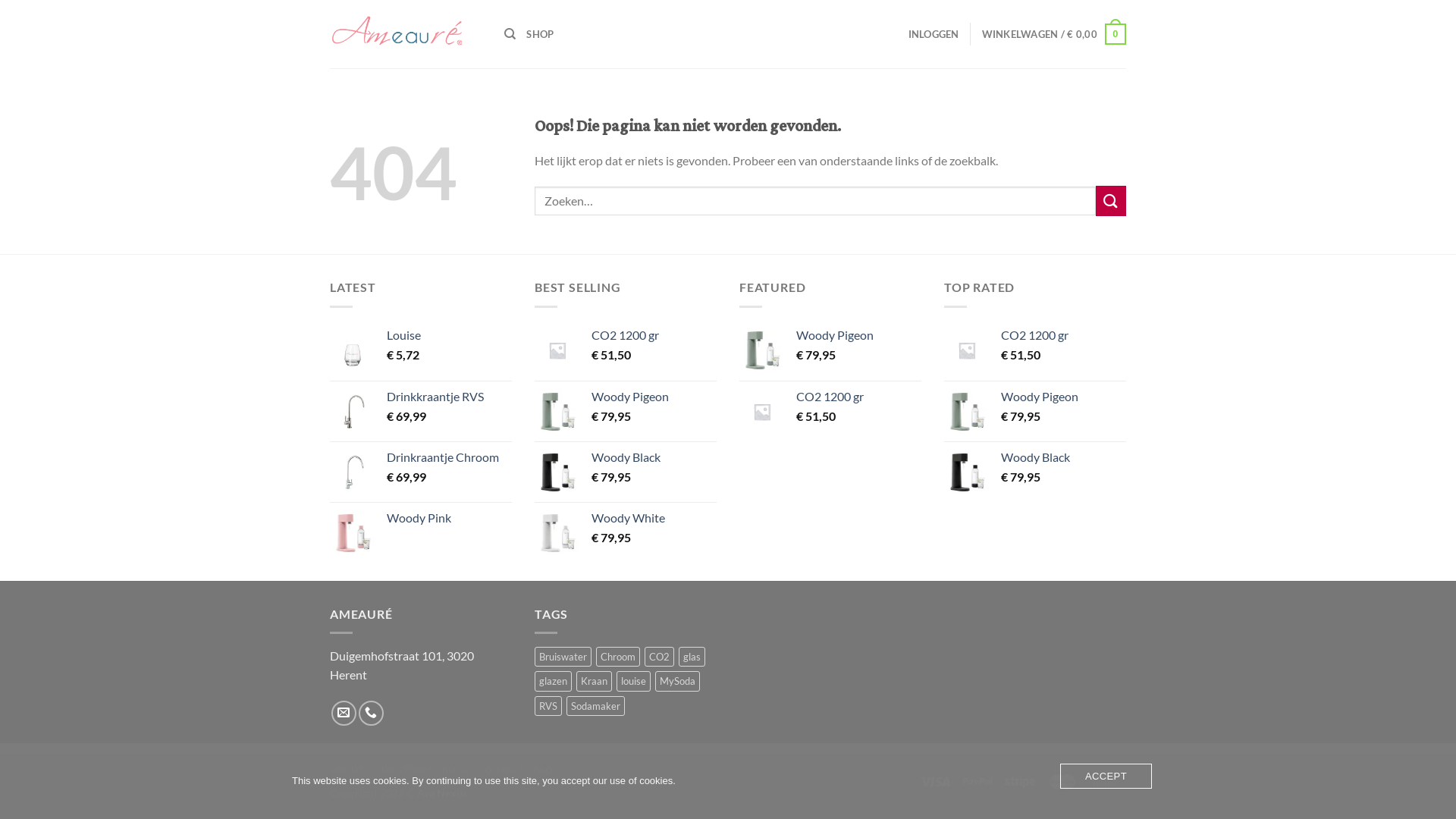 The image size is (1456, 819). Describe the element at coordinates (654, 396) in the screenshot. I see `'Woody Pigeon'` at that location.